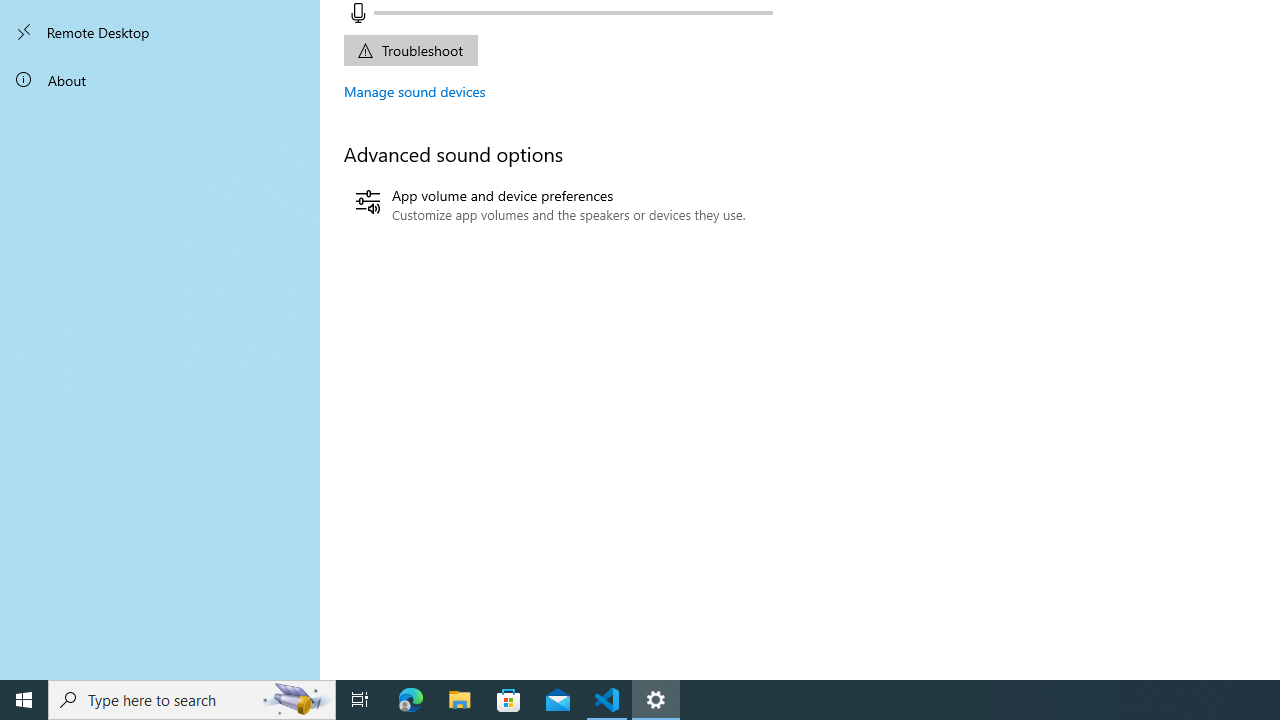 The width and height of the screenshot is (1280, 720). What do you see at coordinates (606, 698) in the screenshot?
I see `'Visual Studio Code - 1 running window'` at bounding box center [606, 698].